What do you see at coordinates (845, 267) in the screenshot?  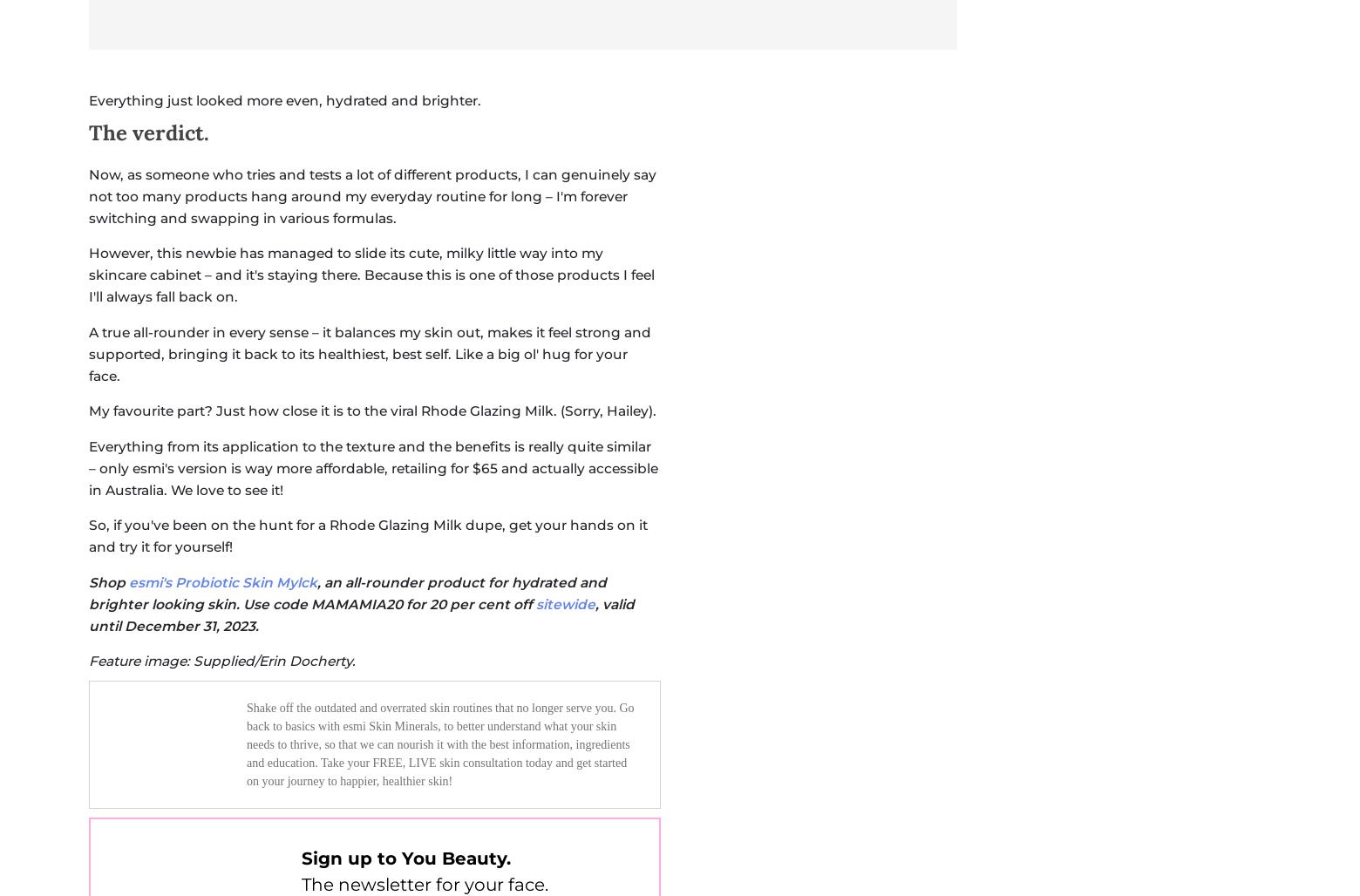 I see `'Work & Money'` at bounding box center [845, 267].